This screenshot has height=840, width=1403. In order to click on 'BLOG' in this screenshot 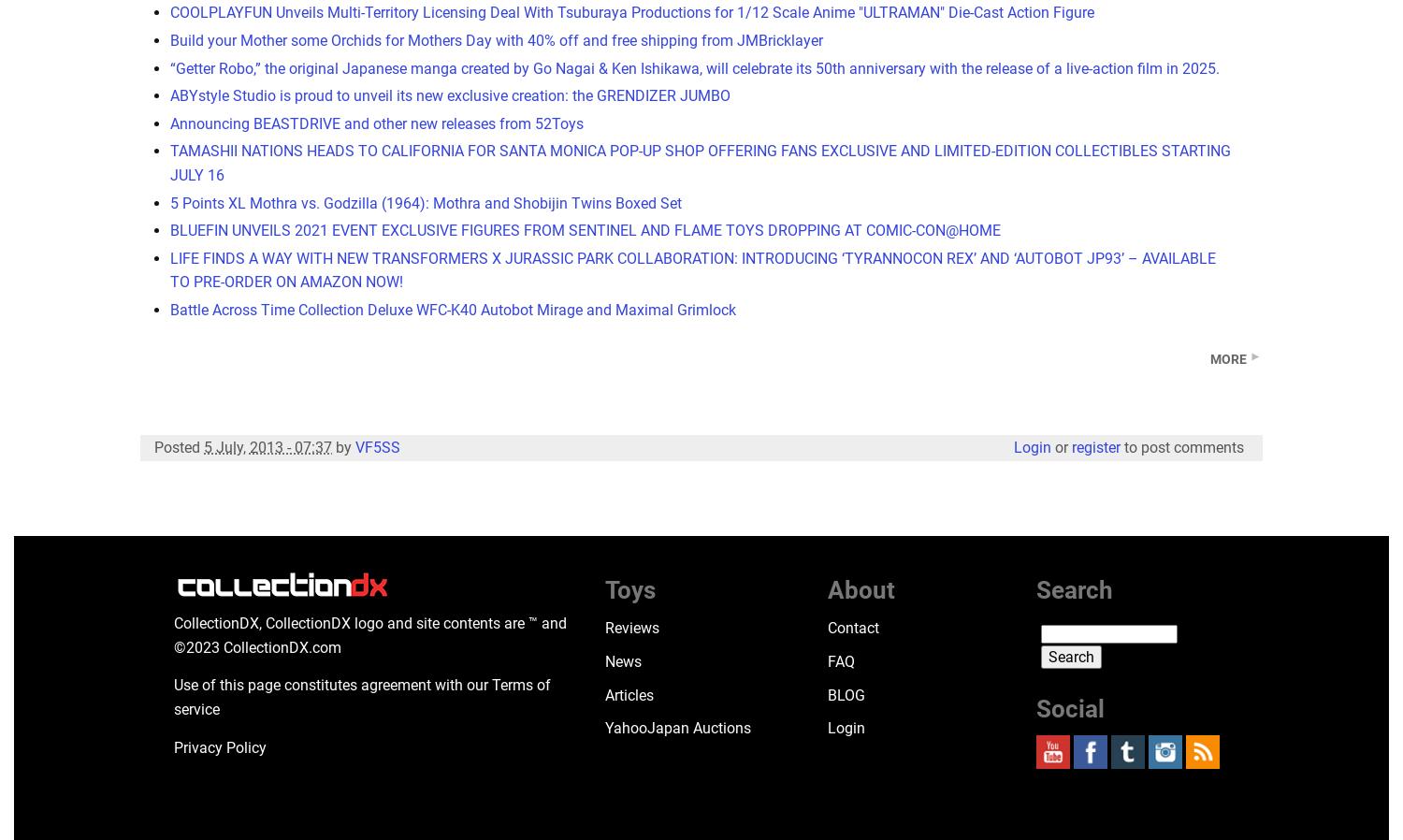, I will do `click(846, 694)`.